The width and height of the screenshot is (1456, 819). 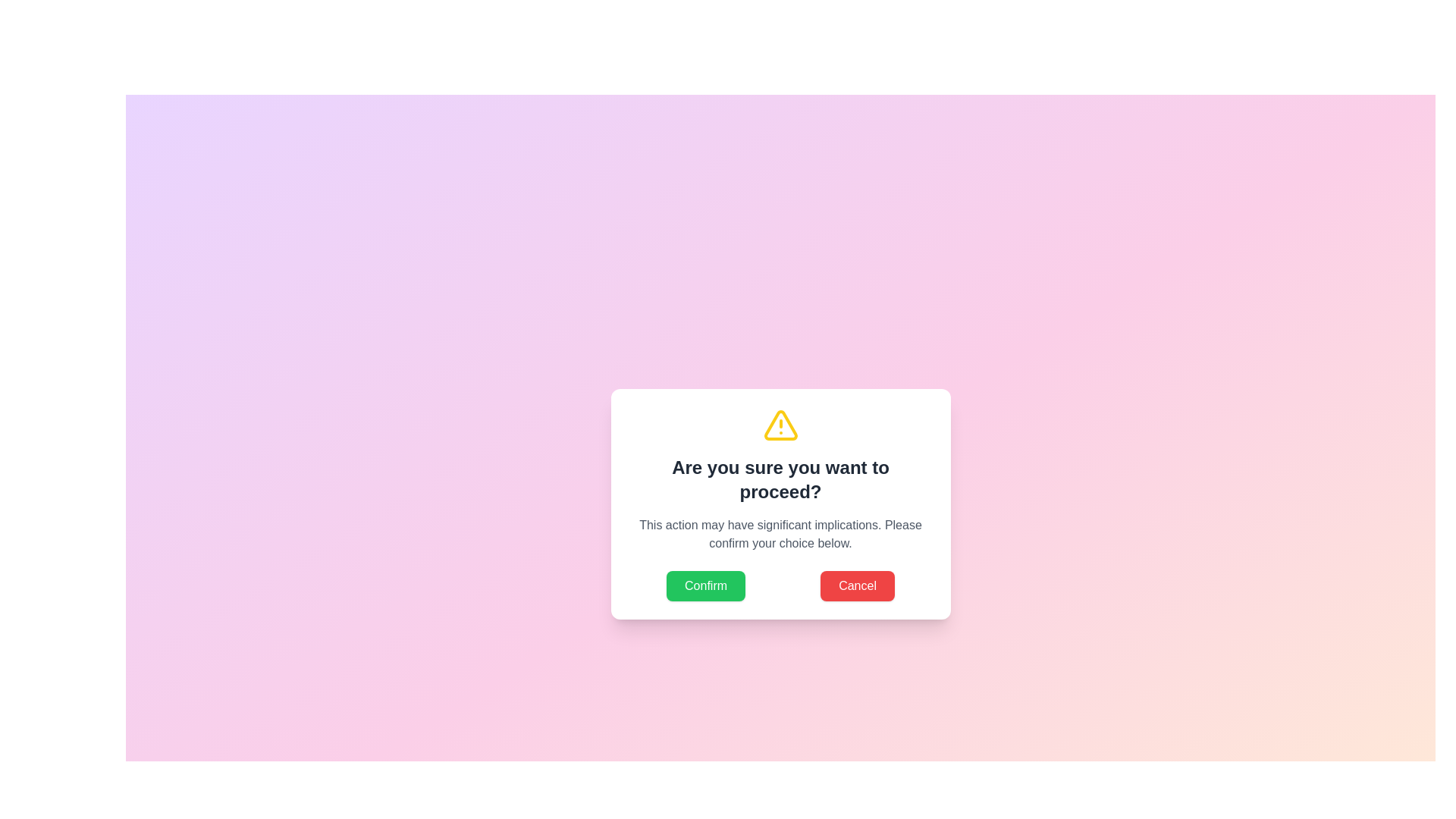 What do you see at coordinates (780, 534) in the screenshot?
I see `information displayed in the gray text block that states 'This action may have significant implications. Please confirm your choice below.', which is centrally located in the modal box, beneath the title 'Are you sure you want to proceed?' and above the 'Confirm' and 'Cancel' buttons` at bounding box center [780, 534].